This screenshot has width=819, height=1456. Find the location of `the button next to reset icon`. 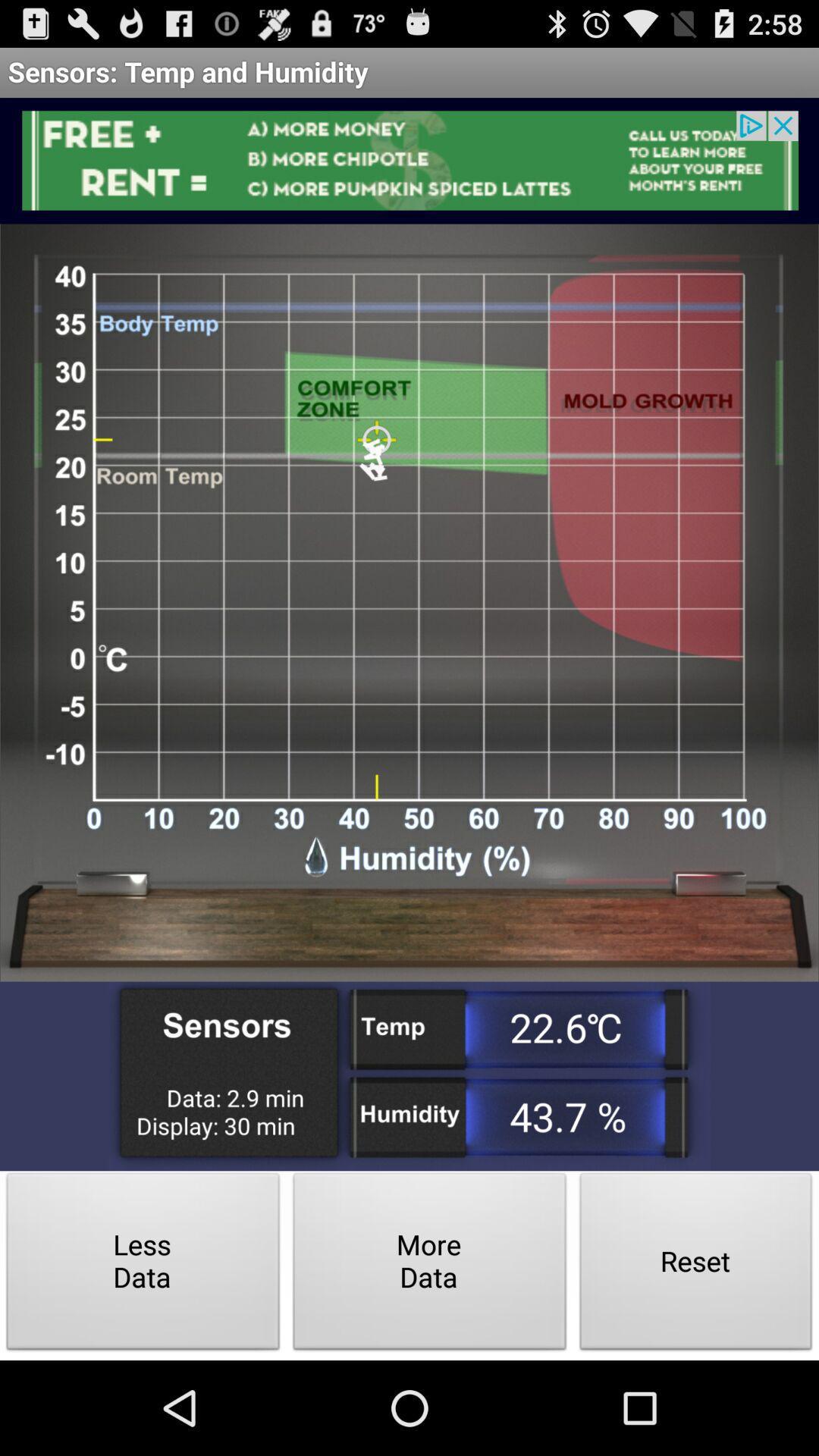

the button next to reset icon is located at coordinates (430, 1266).